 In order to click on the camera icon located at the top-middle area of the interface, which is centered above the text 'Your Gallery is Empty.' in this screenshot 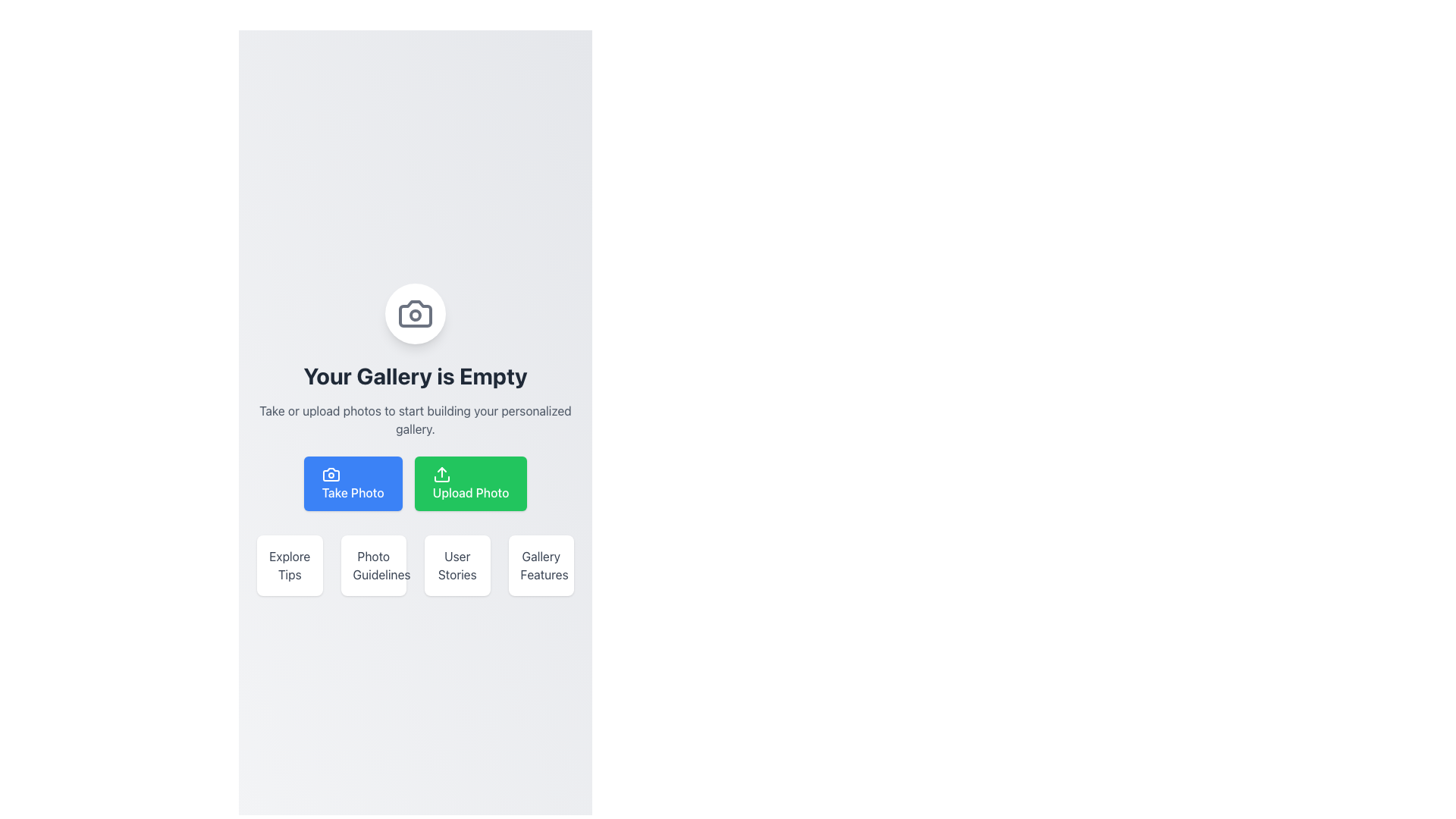, I will do `click(415, 312)`.